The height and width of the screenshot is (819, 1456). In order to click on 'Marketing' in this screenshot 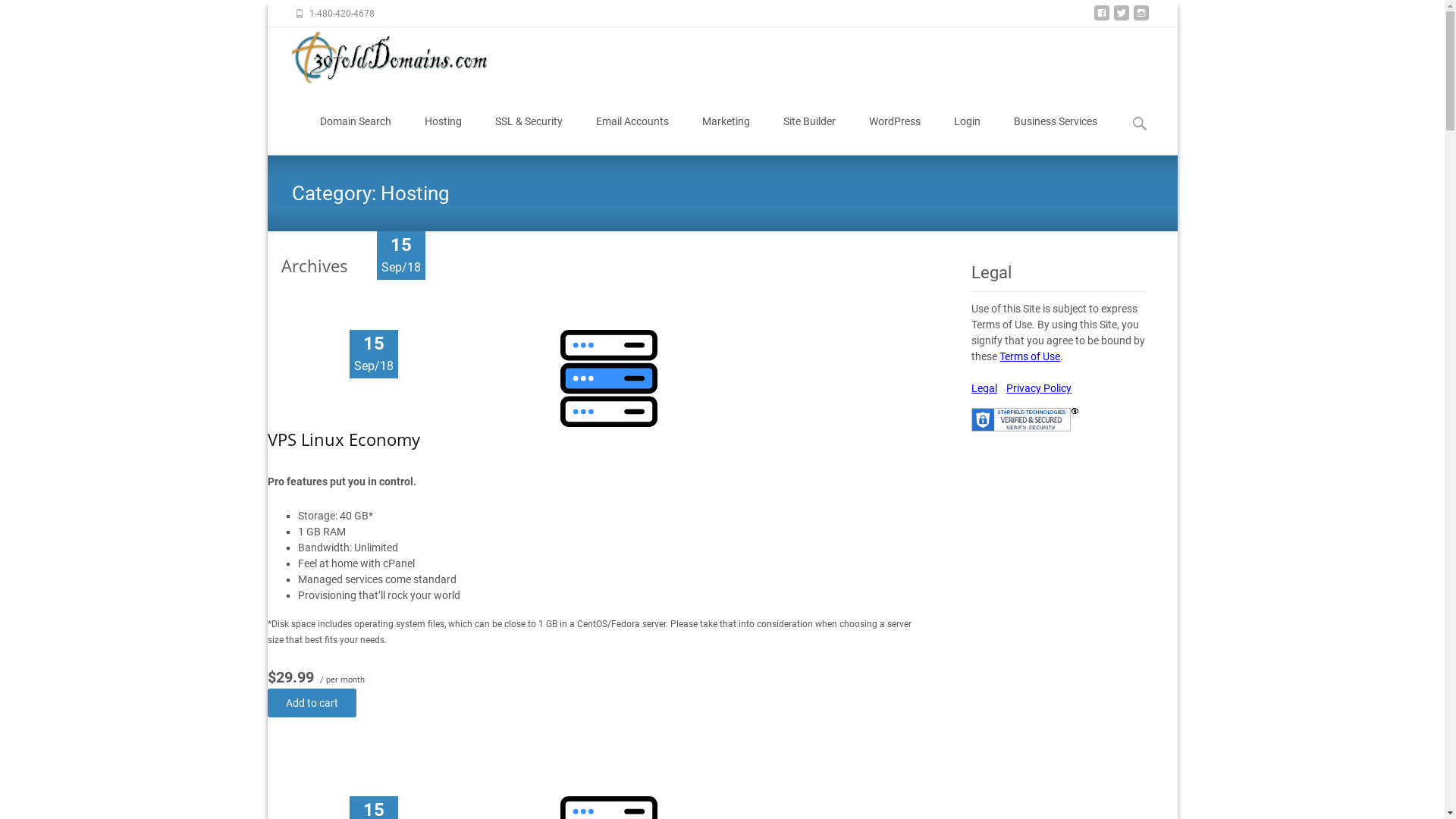, I will do `click(725, 120)`.